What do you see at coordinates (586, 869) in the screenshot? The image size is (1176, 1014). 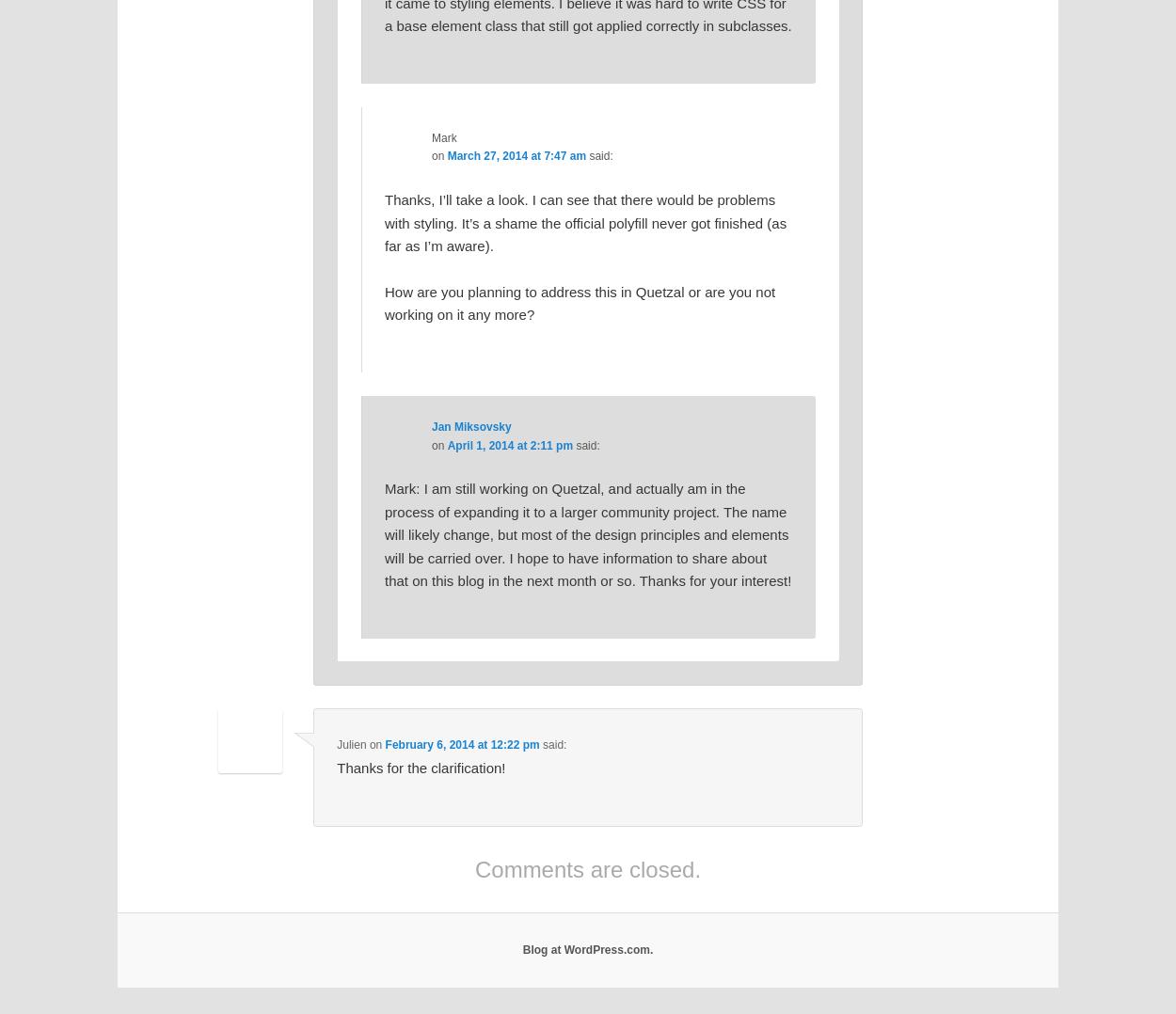 I see `'Comments are closed.'` at bounding box center [586, 869].